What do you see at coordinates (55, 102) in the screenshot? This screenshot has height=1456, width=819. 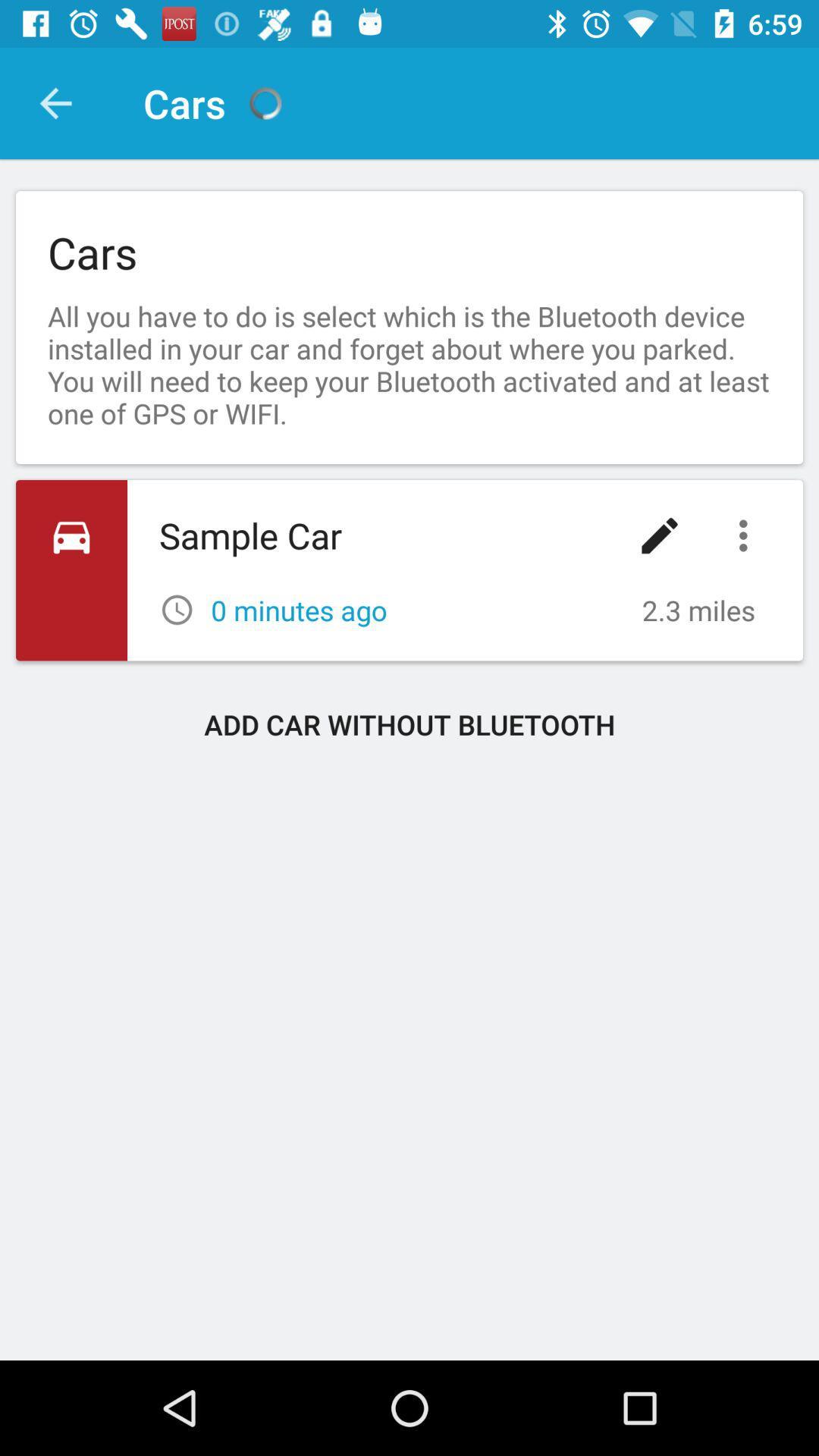 I see `the item next to cars` at bounding box center [55, 102].